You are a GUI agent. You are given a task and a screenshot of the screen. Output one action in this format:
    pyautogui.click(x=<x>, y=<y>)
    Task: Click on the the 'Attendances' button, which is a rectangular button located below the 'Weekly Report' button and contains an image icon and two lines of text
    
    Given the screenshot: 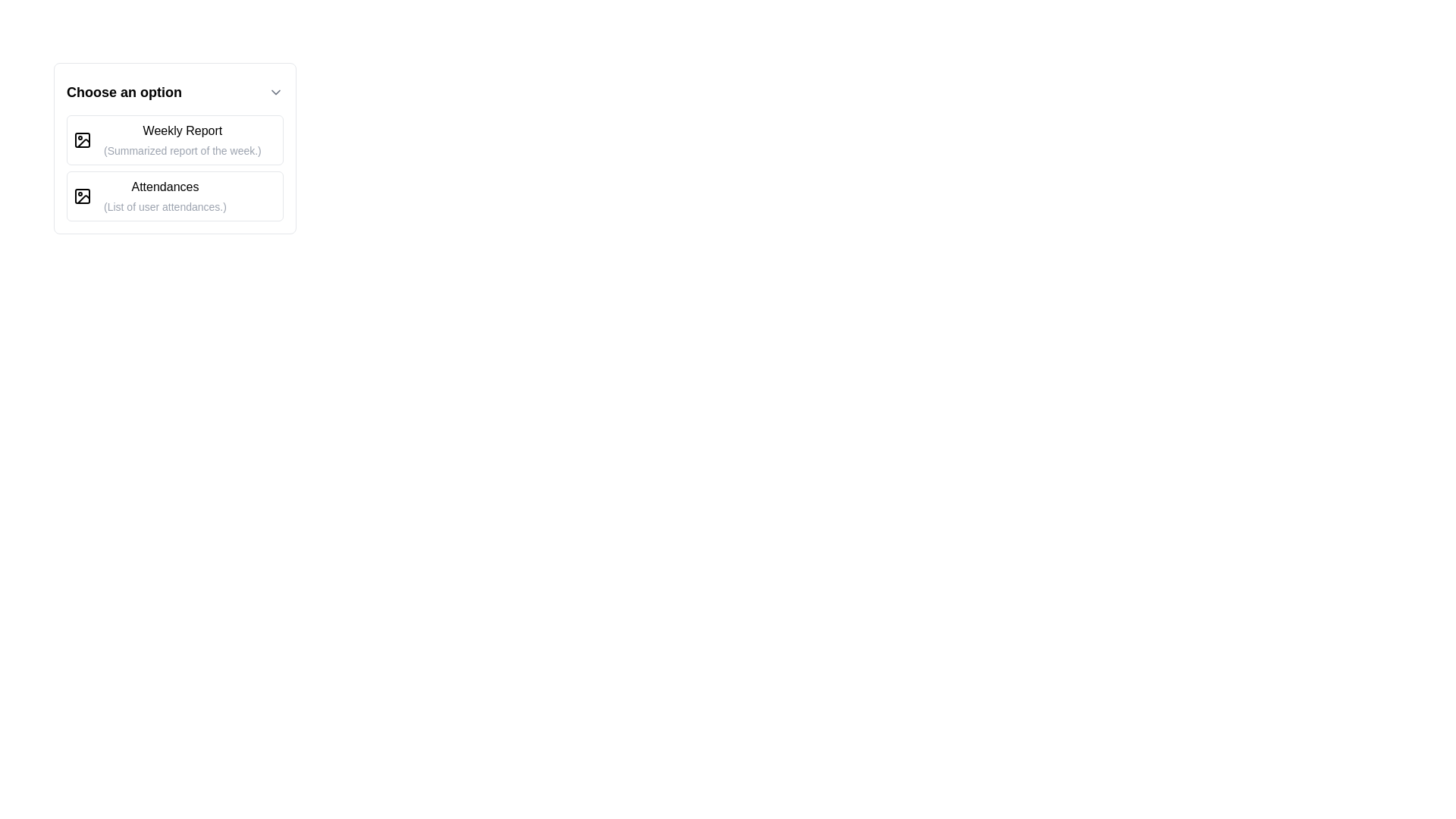 What is the action you would take?
    pyautogui.click(x=174, y=195)
    